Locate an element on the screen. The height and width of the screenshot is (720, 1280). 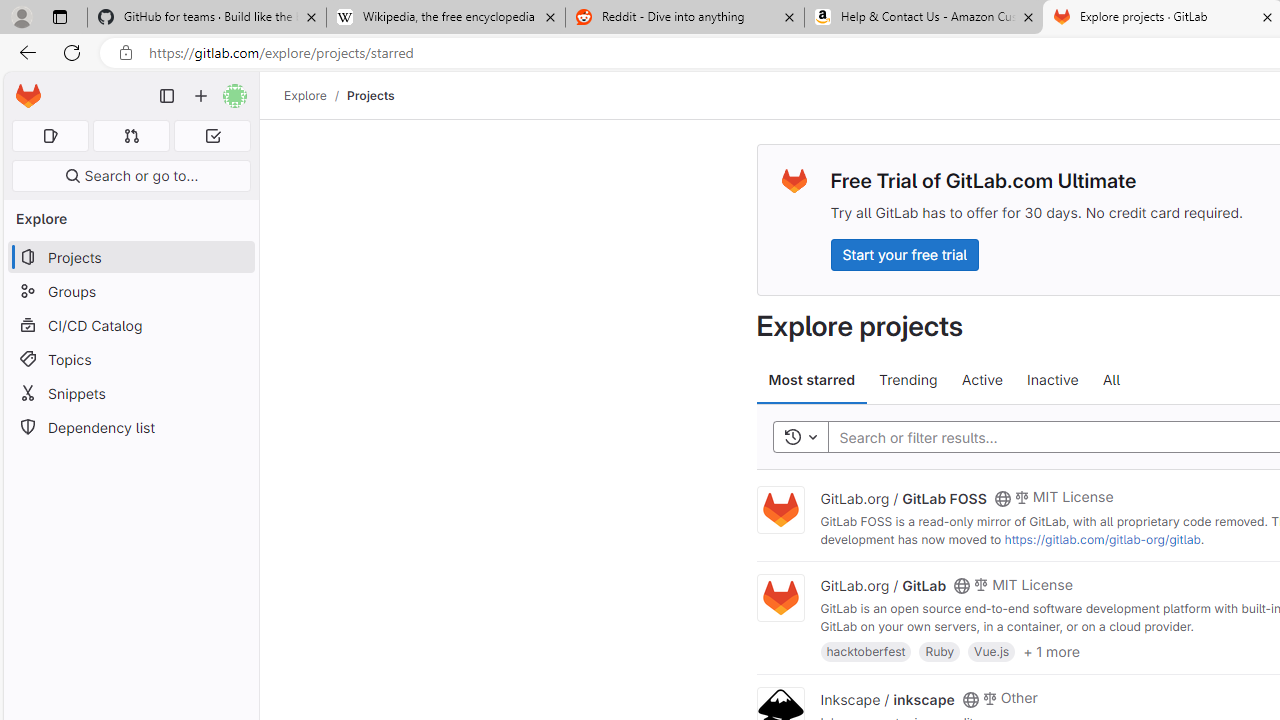
'GitLab.org / GitLab' is located at coordinates (882, 585).